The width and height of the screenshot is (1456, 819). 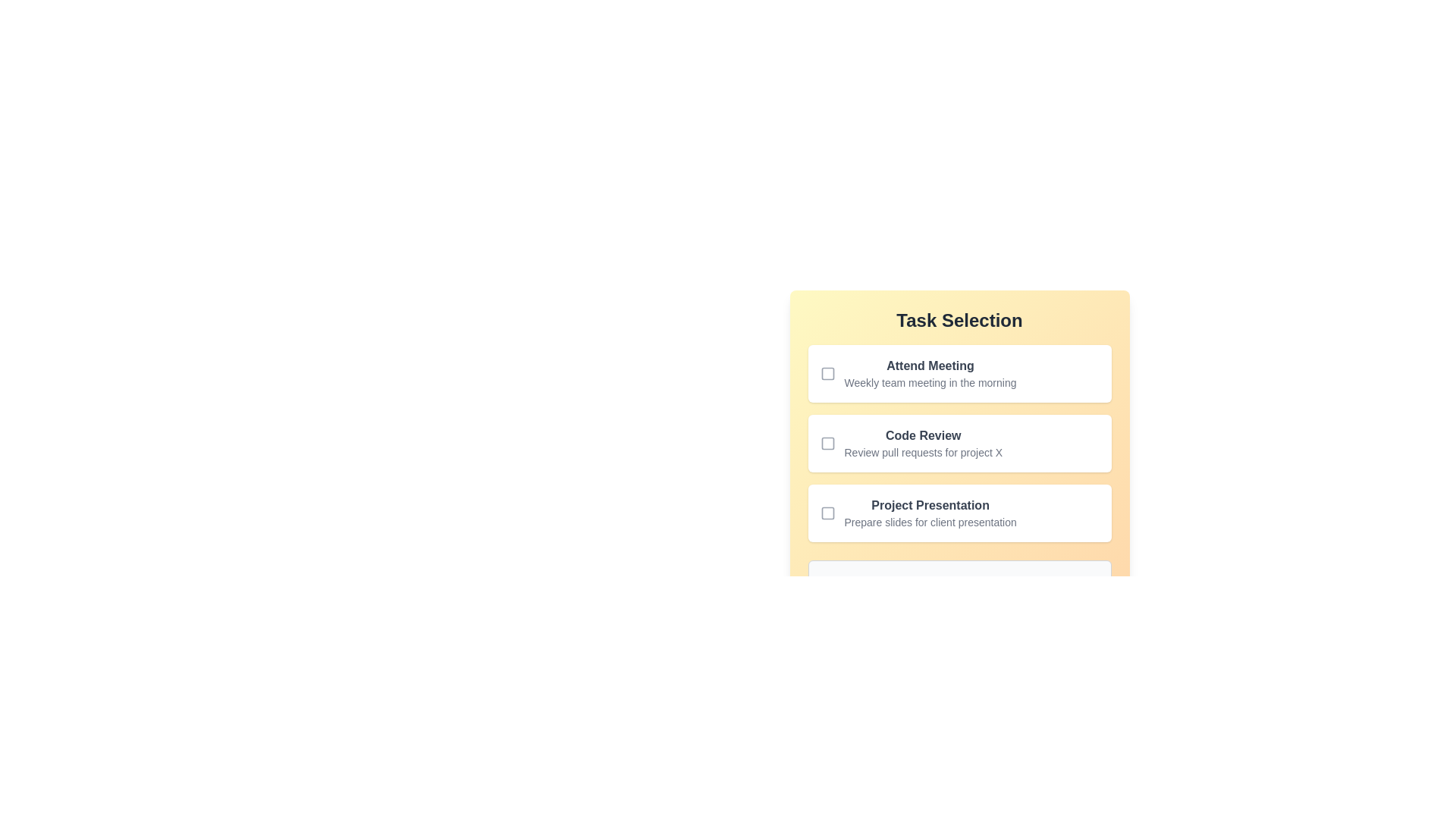 I want to click on the checkbox associated with the task titled 'Project Presentation', so click(x=827, y=513).